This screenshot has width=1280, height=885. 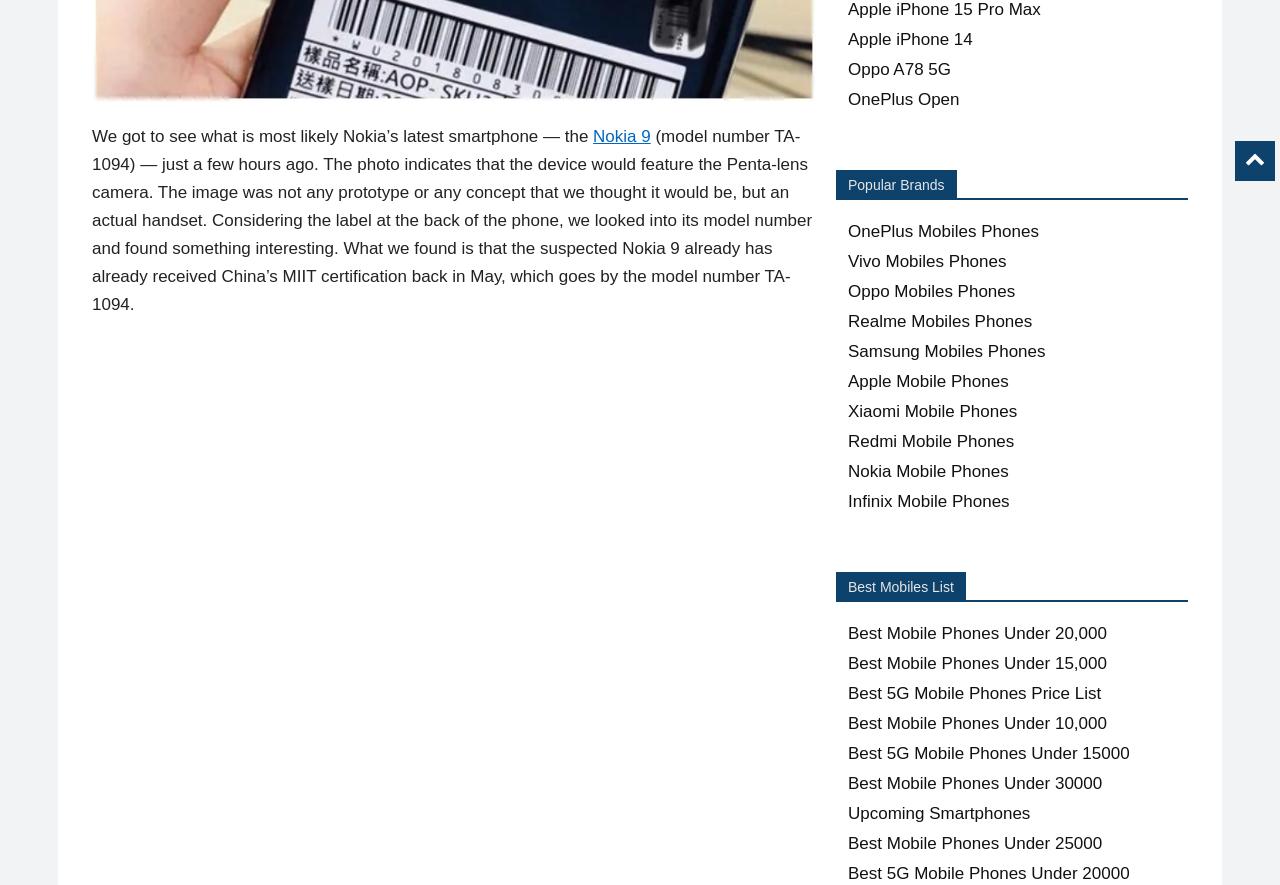 What do you see at coordinates (977, 722) in the screenshot?
I see `'Best Mobile Phones Under 10,000'` at bounding box center [977, 722].